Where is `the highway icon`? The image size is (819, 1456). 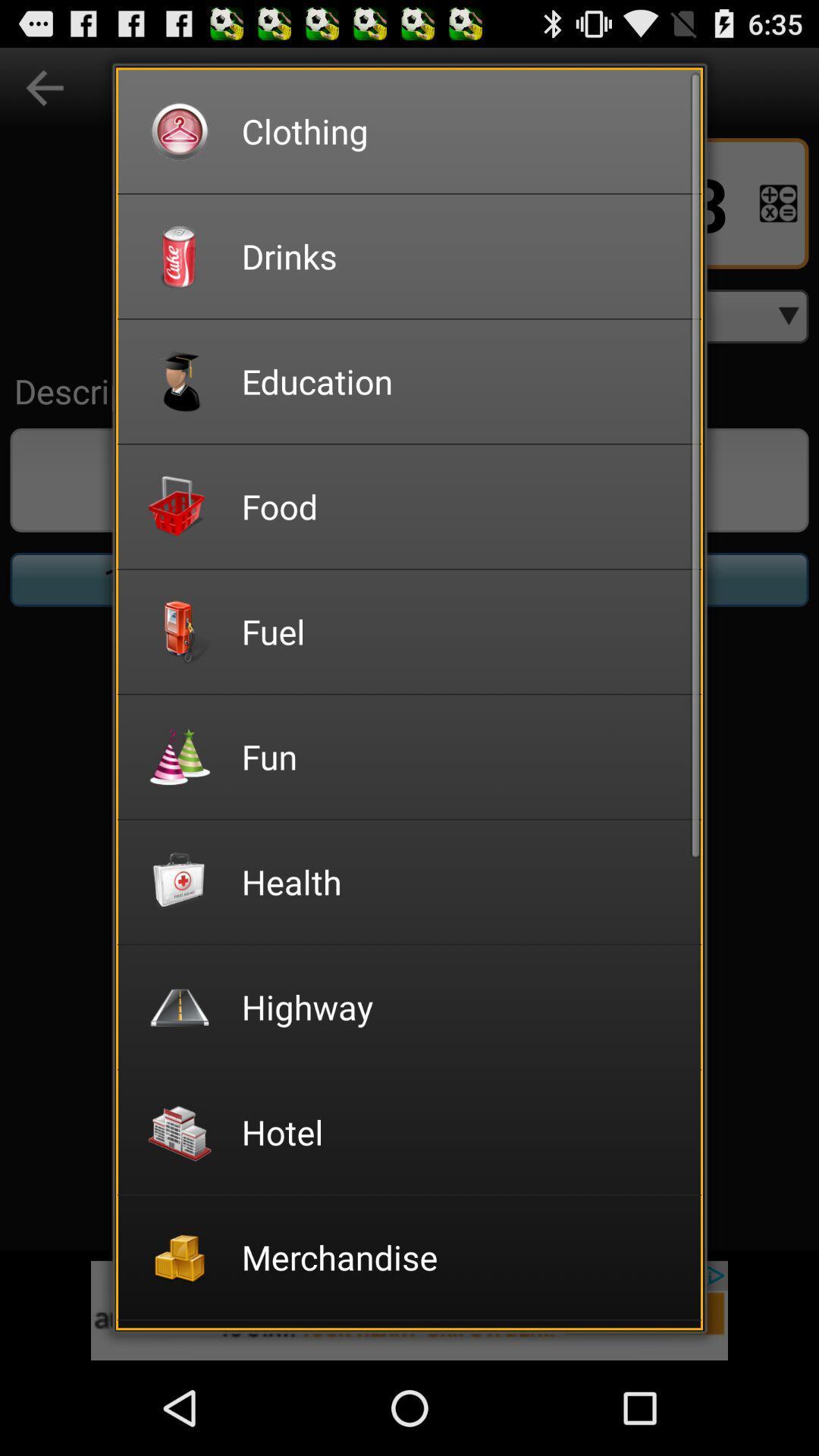 the highway icon is located at coordinates (460, 1006).